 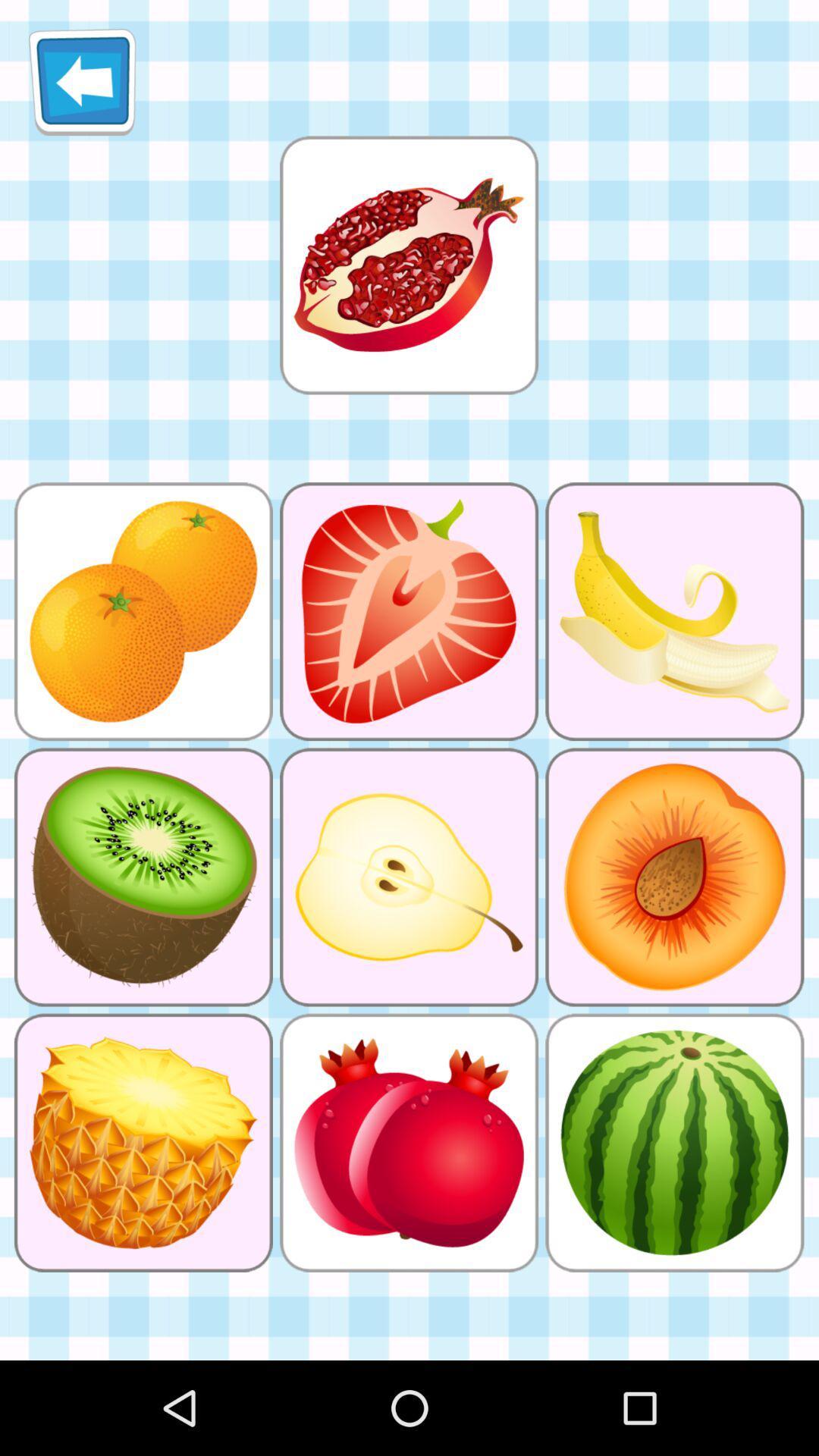 What do you see at coordinates (82, 87) in the screenshot?
I see `the arrow_backward icon` at bounding box center [82, 87].